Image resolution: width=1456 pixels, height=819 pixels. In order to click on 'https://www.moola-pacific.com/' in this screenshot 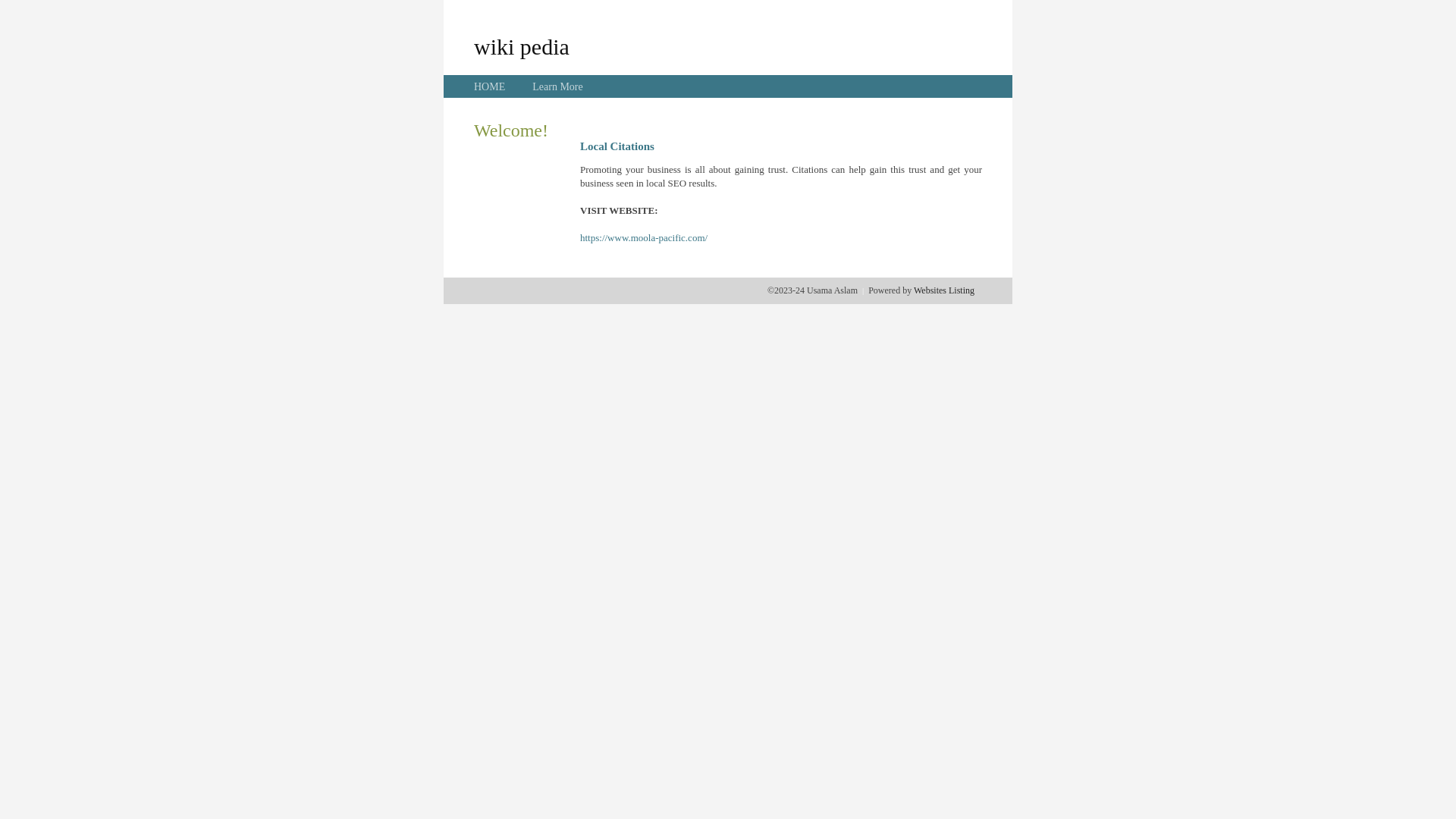, I will do `click(644, 237)`.